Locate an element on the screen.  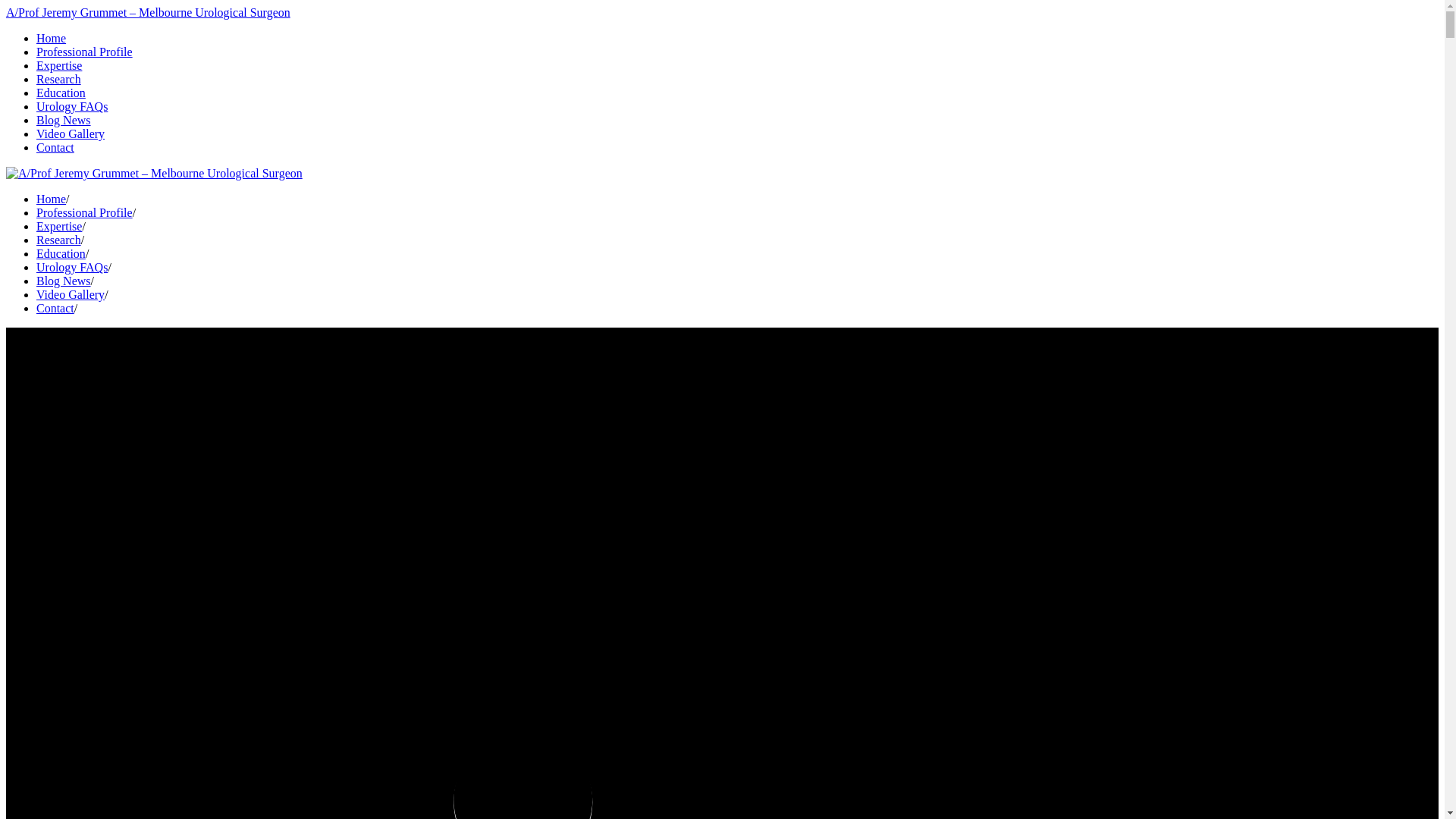
'Home' is located at coordinates (51, 37).